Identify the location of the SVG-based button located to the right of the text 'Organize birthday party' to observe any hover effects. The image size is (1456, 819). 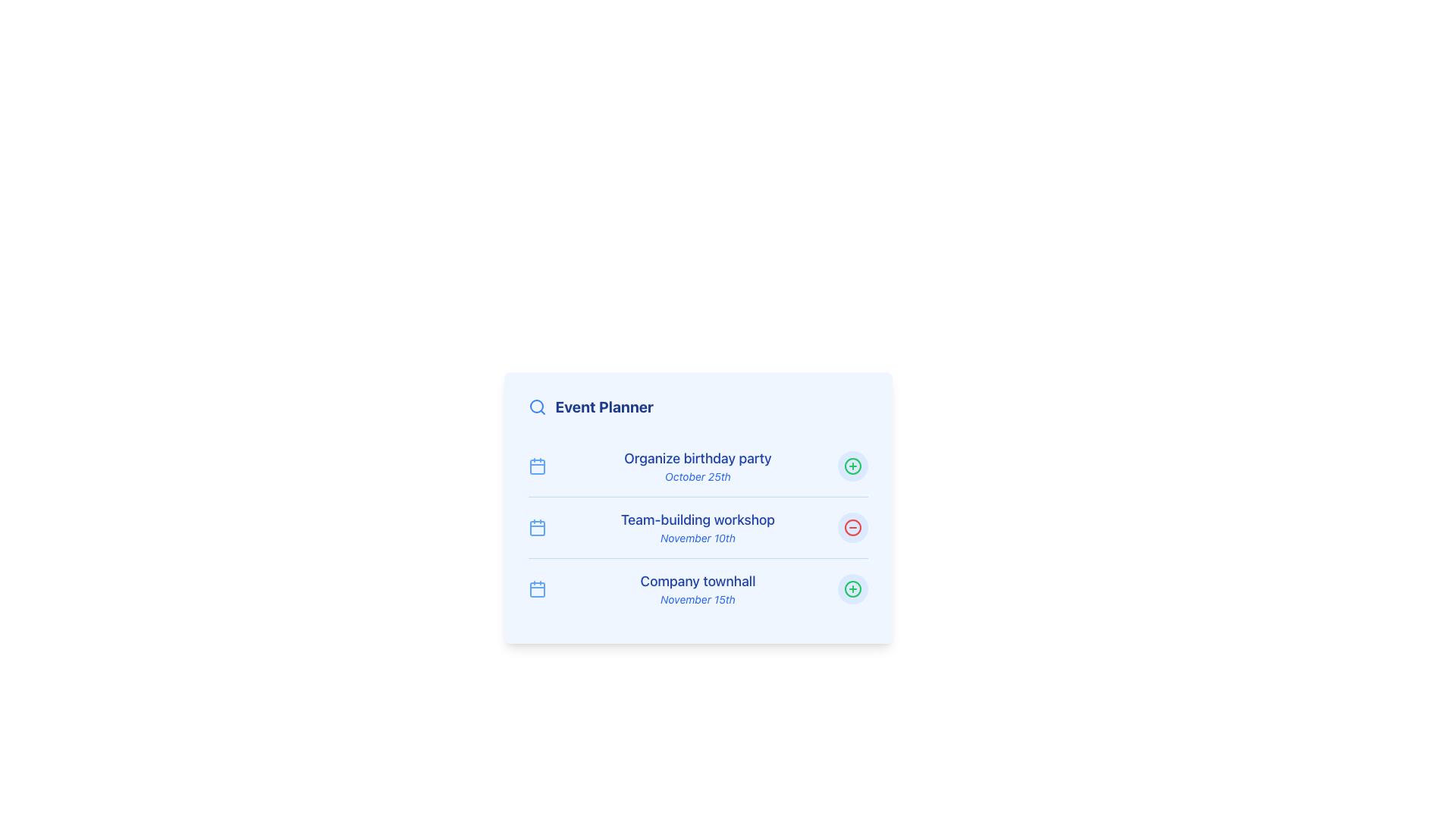
(852, 588).